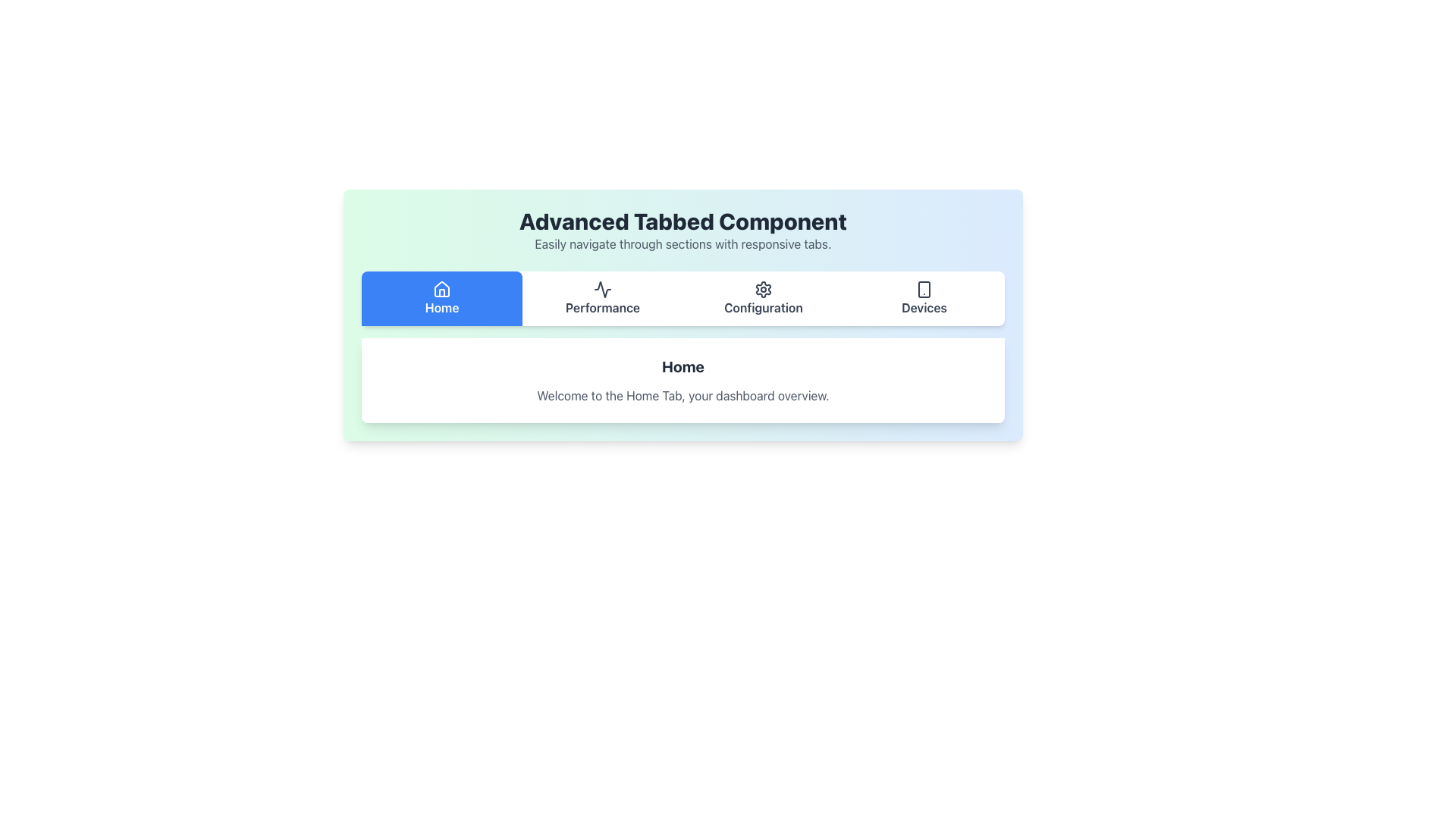 This screenshot has height=819, width=1456. Describe the element at coordinates (602, 289) in the screenshot. I see `the 'Performance' tab icon located in the top tab bar, positioned between the 'Home' tab and the 'Configuration' tab` at that location.